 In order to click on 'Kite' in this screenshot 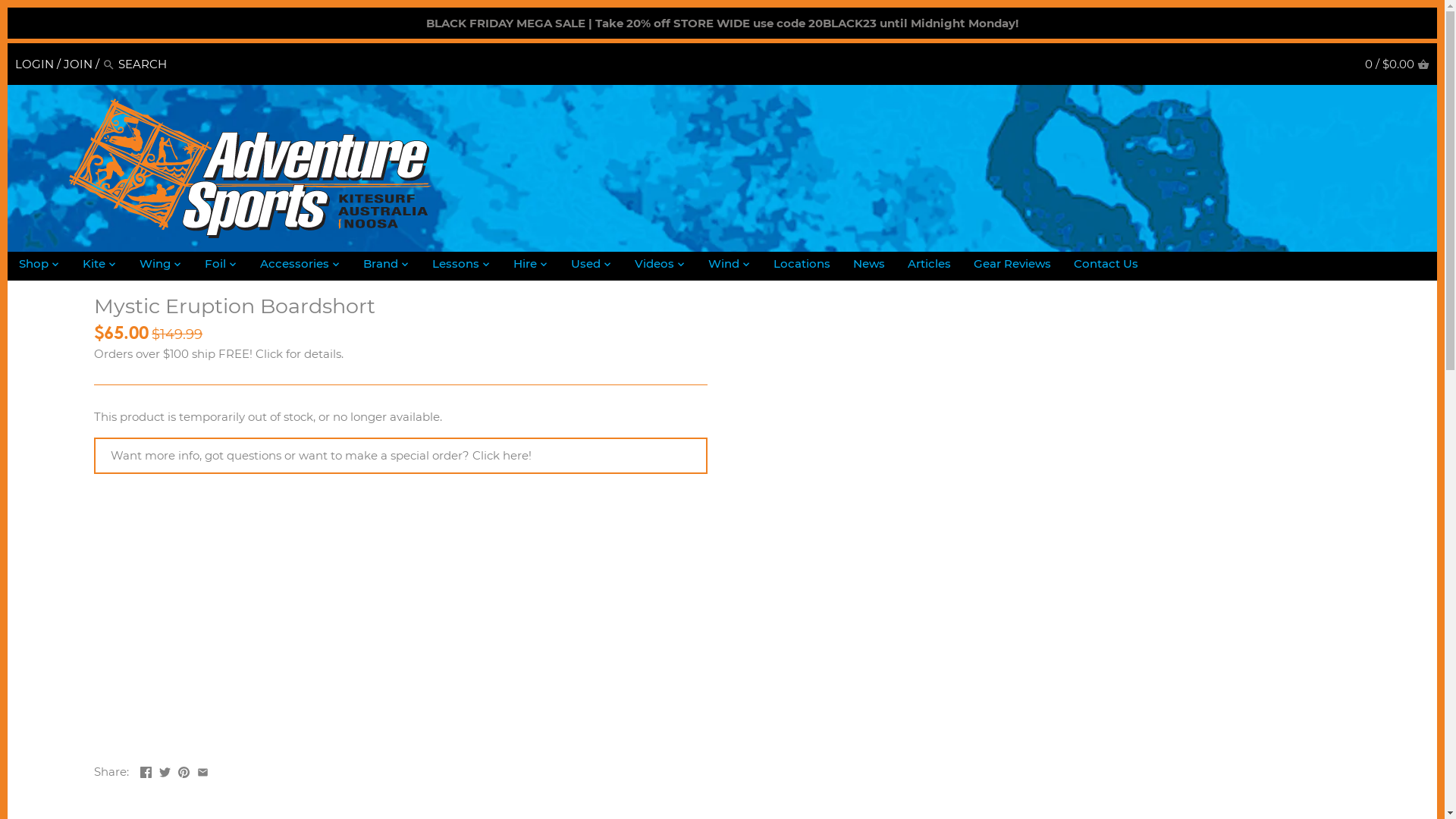, I will do `click(93, 265)`.